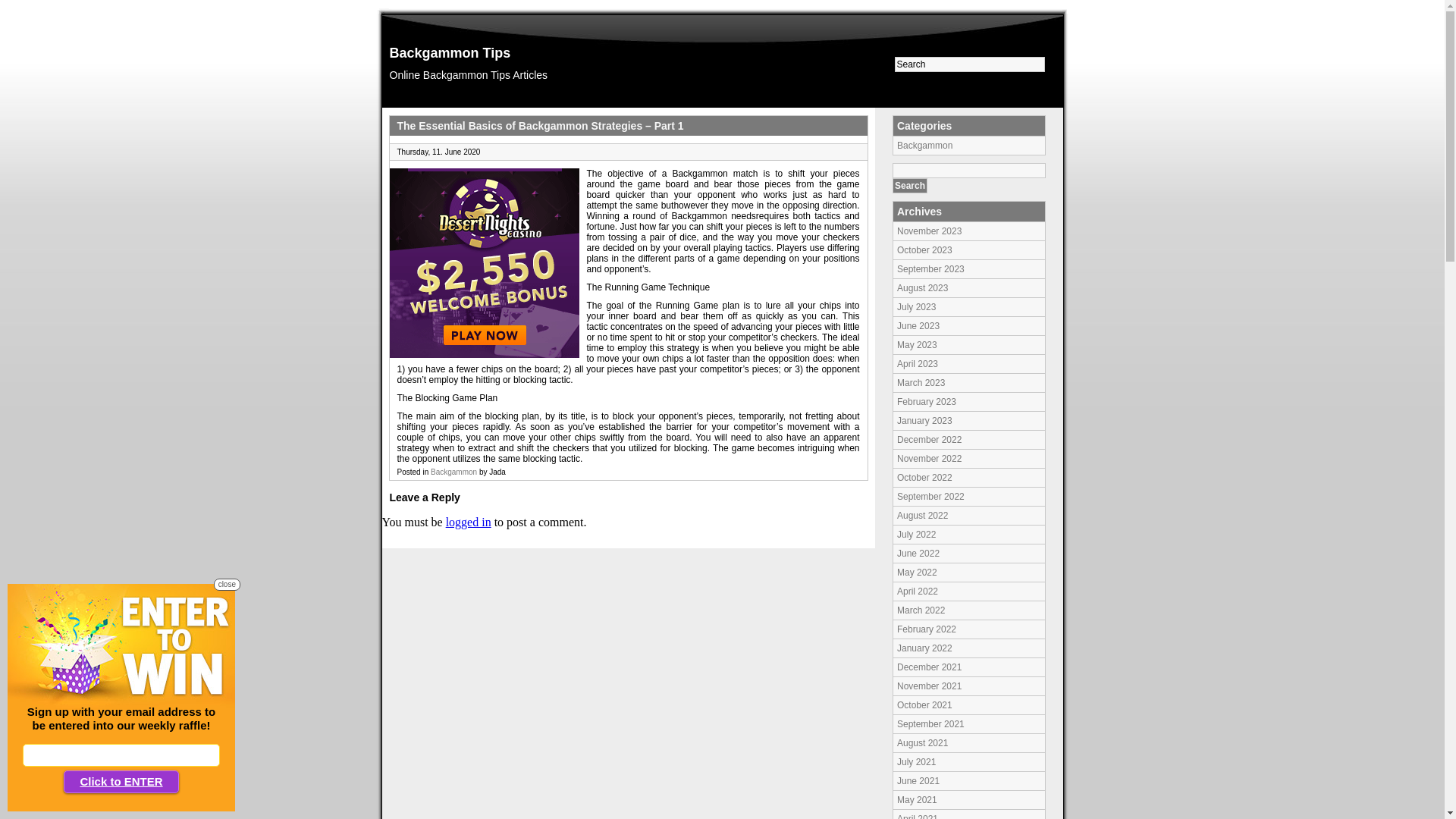 This screenshot has height=819, width=1456. I want to click on 'Backgammon', so click(429, 471).